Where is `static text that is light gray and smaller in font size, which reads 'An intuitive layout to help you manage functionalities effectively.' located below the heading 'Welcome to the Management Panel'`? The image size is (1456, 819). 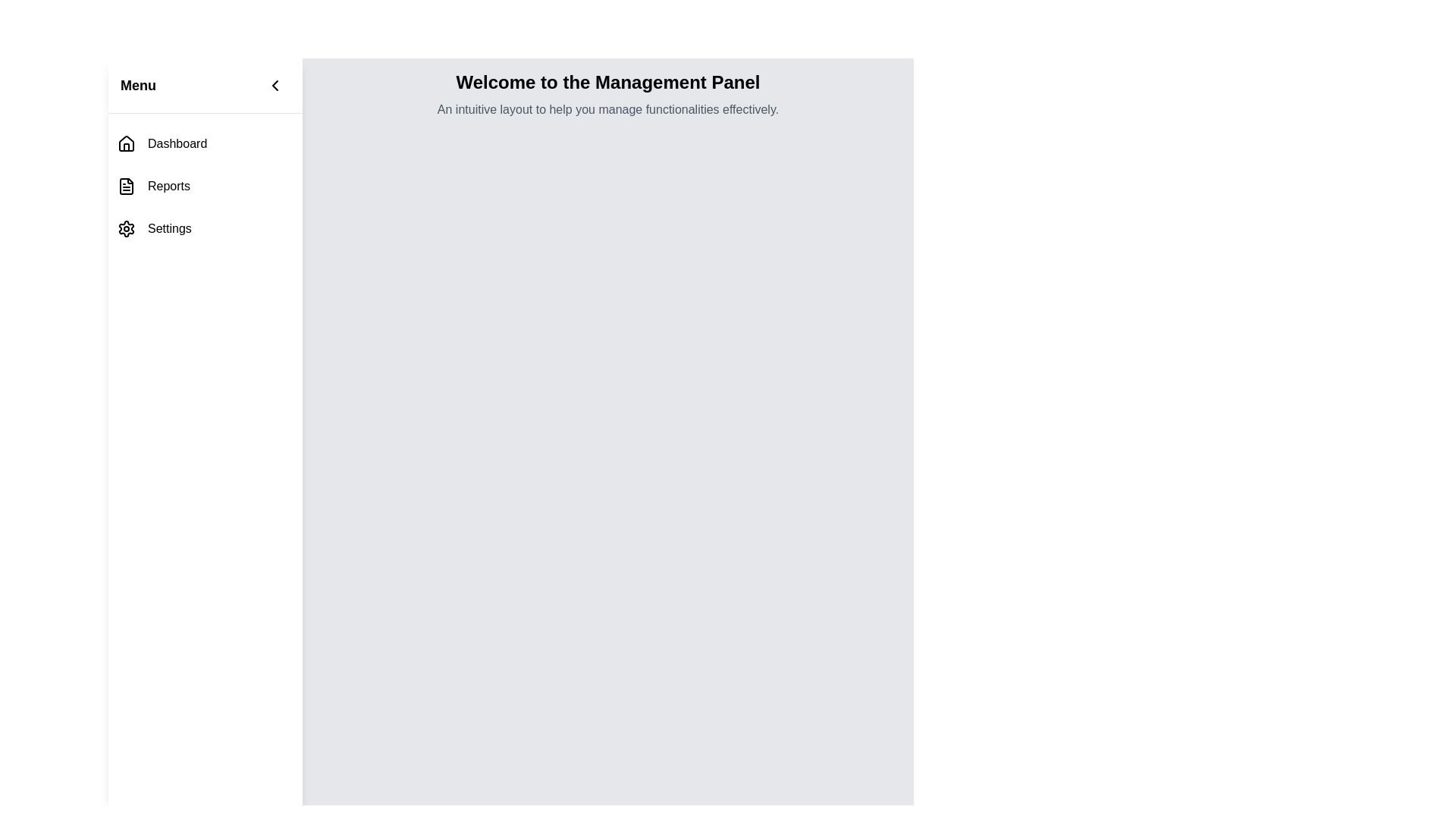
static text that is light gray and smaller in font size, which reads 'An intuitive layout to help you manage functionalities effectively.' located below the heading 'Welcome to the Management Panel' is located at coordinates (607, 109).